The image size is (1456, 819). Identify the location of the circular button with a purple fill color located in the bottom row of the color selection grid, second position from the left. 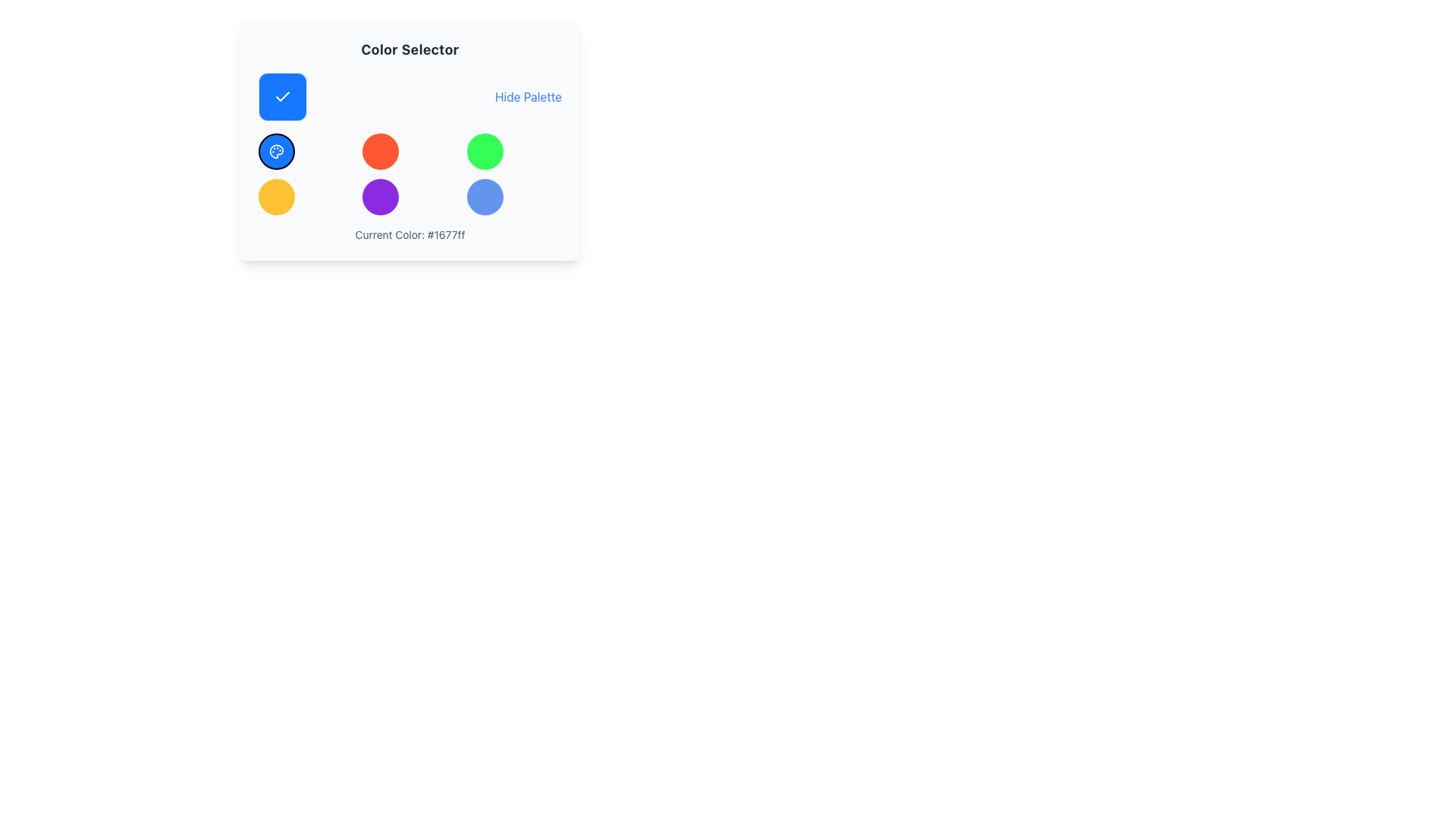
(381, 196).